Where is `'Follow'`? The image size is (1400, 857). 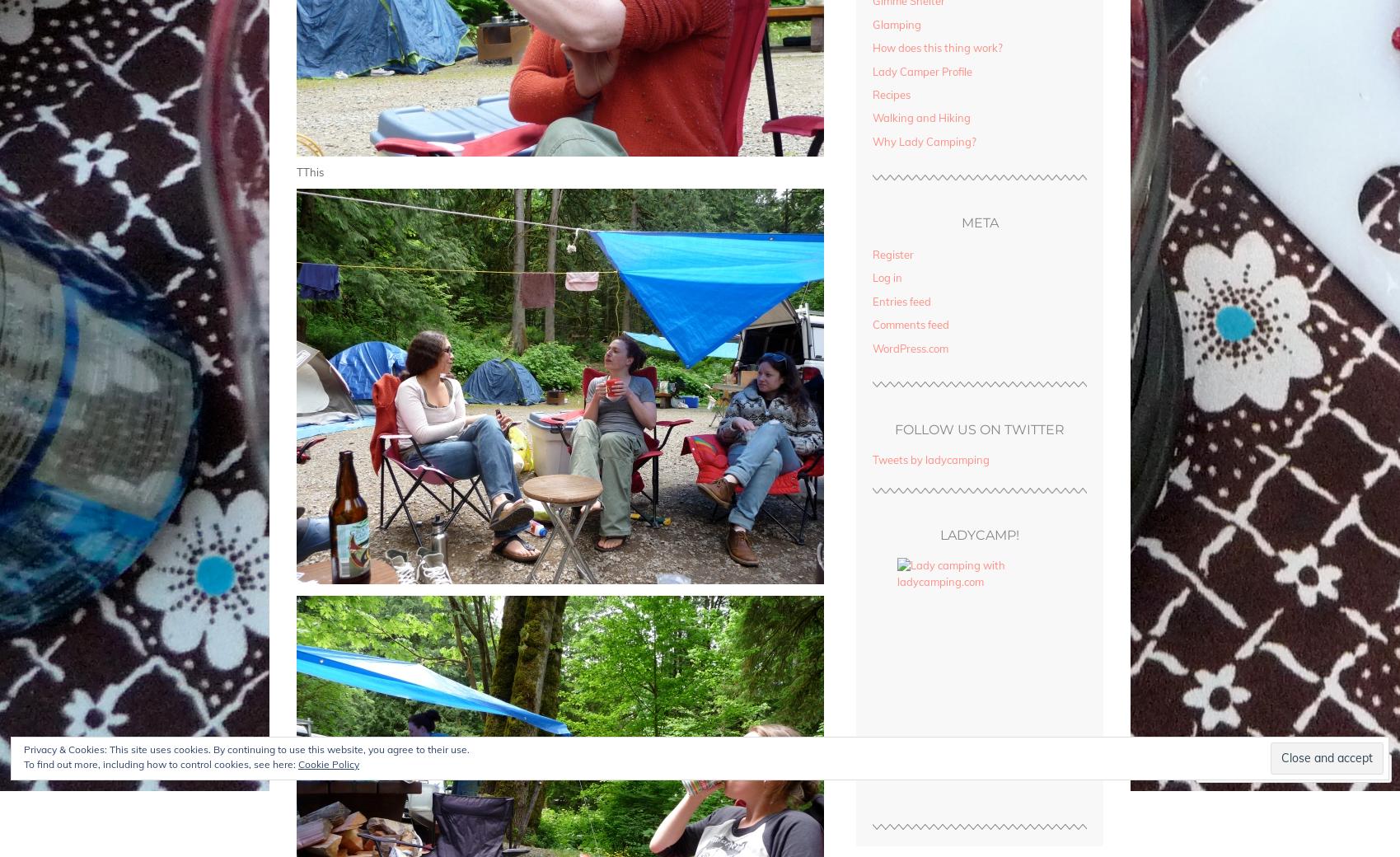
'Follow' is located at coordinates (1332, 768).